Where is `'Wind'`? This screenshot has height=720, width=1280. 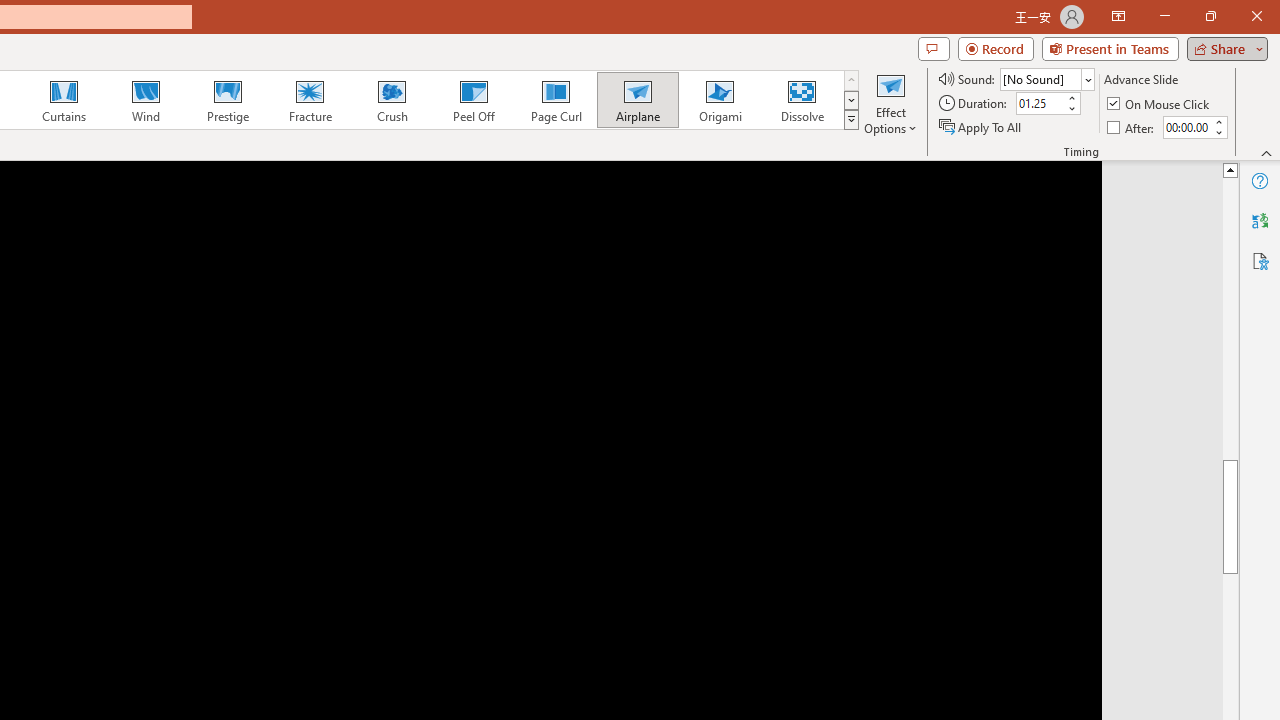 'Wind' is located at coordinates (144, 100).